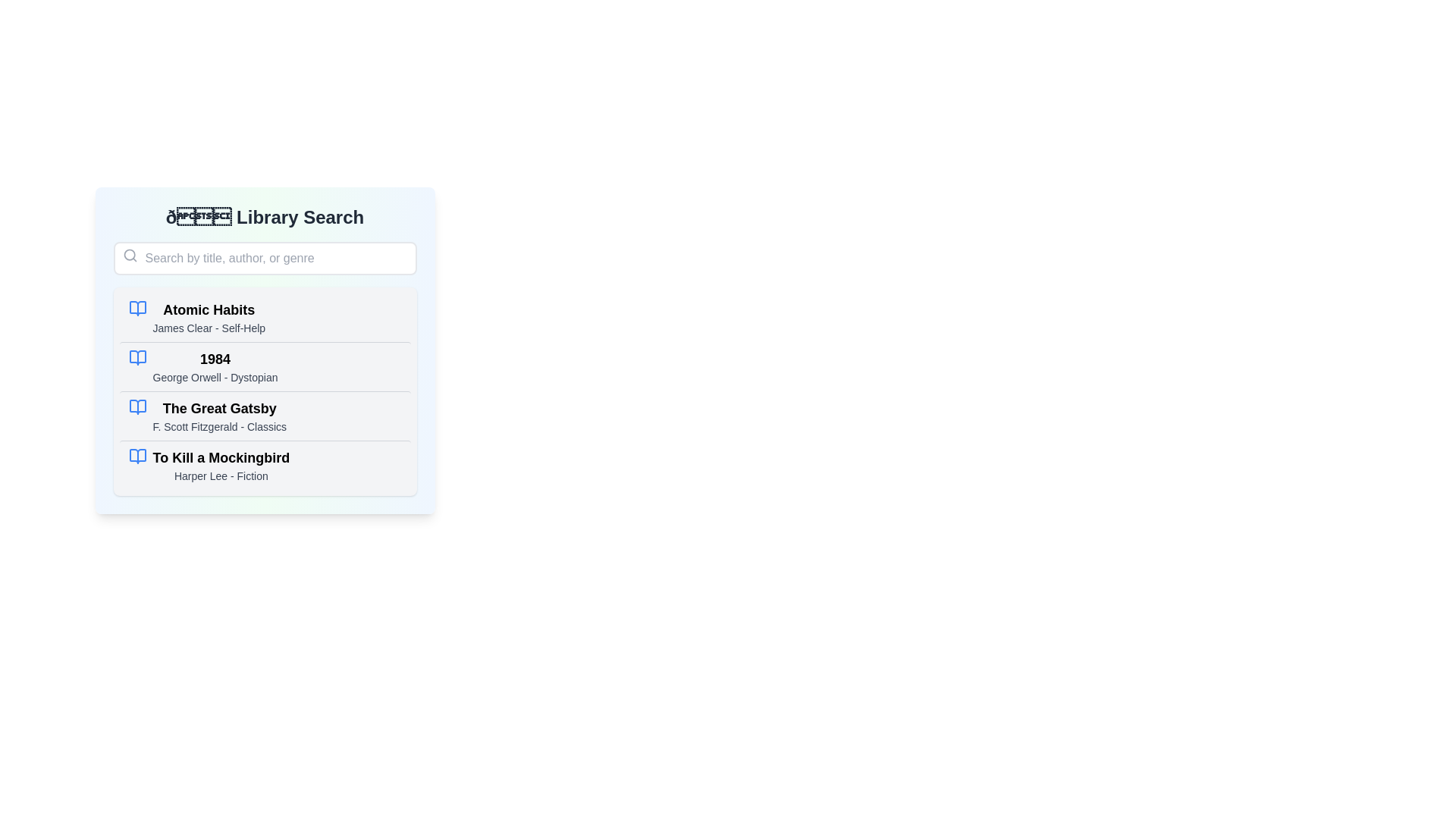 The width and height of the screenshot is (1456, 819). I want to click on the Text Label that provides the author's name and genre classification of 'The Great Gatsby', located directly below the title, so click(218, 427).